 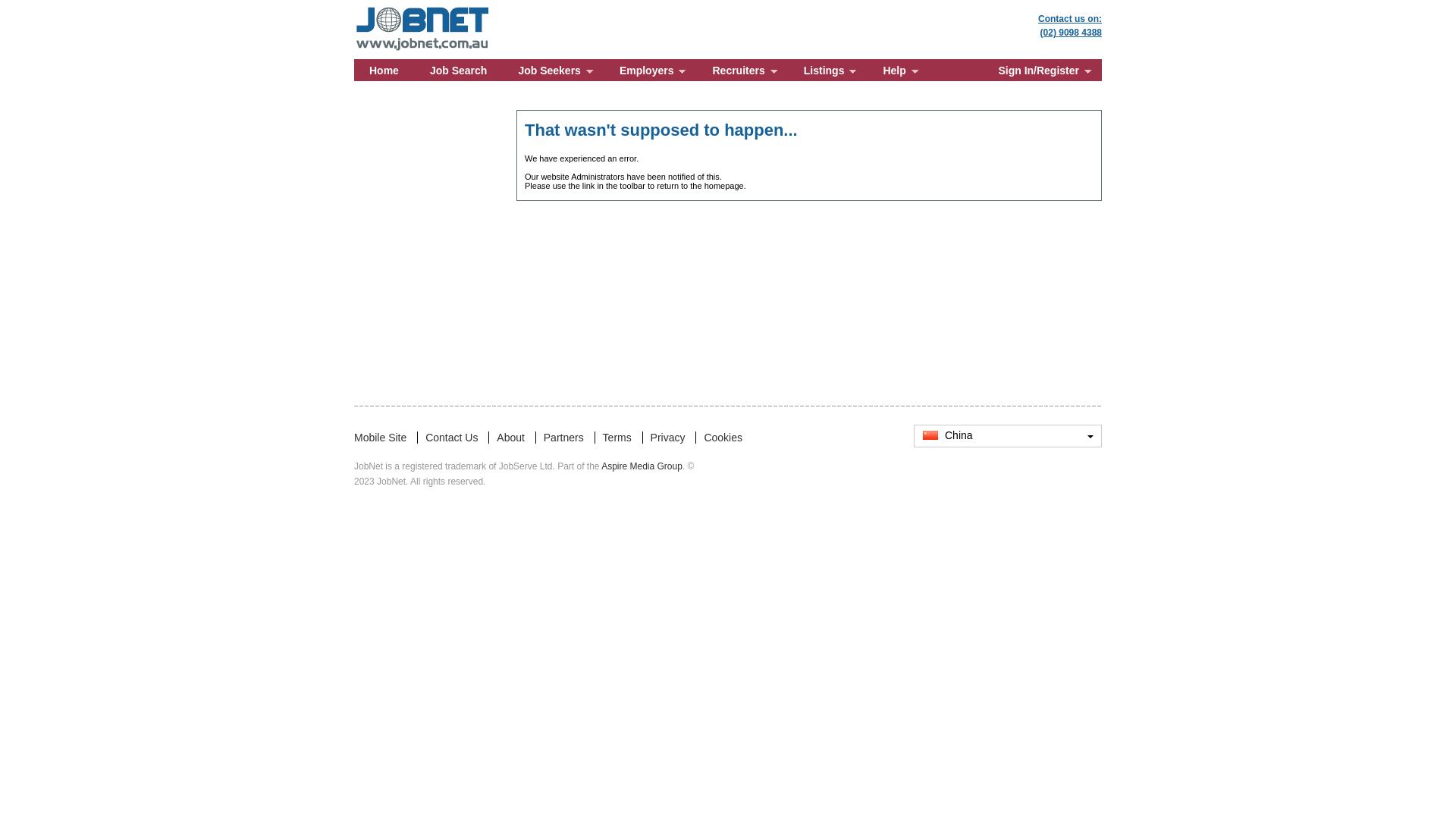 I want to click on 'Partners', so click(x=563, y=438).